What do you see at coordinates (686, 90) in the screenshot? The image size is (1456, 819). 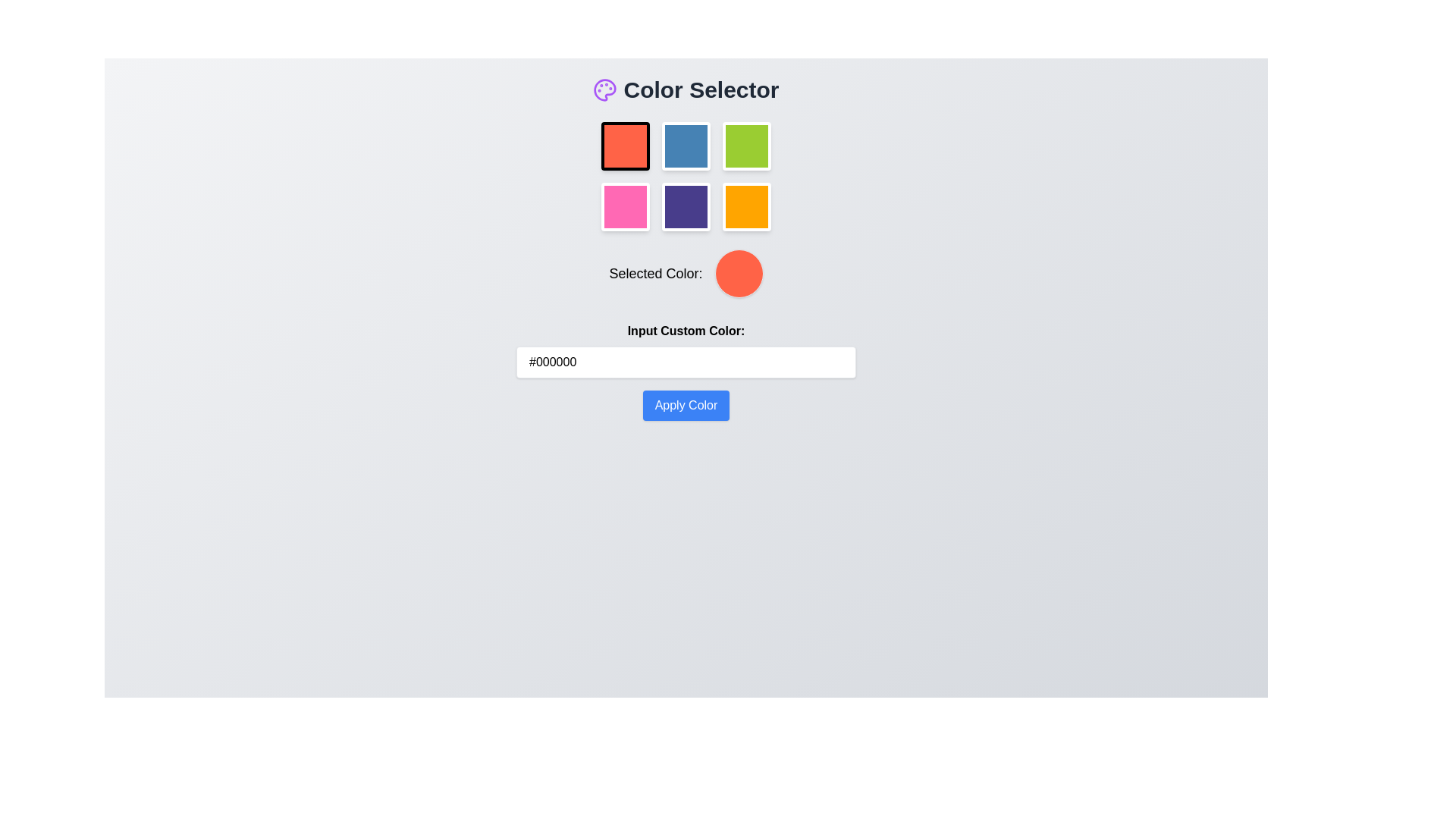 I see `the Label or Header Text that indicates the color selection section of the interface` at bounding box center [686, 90].